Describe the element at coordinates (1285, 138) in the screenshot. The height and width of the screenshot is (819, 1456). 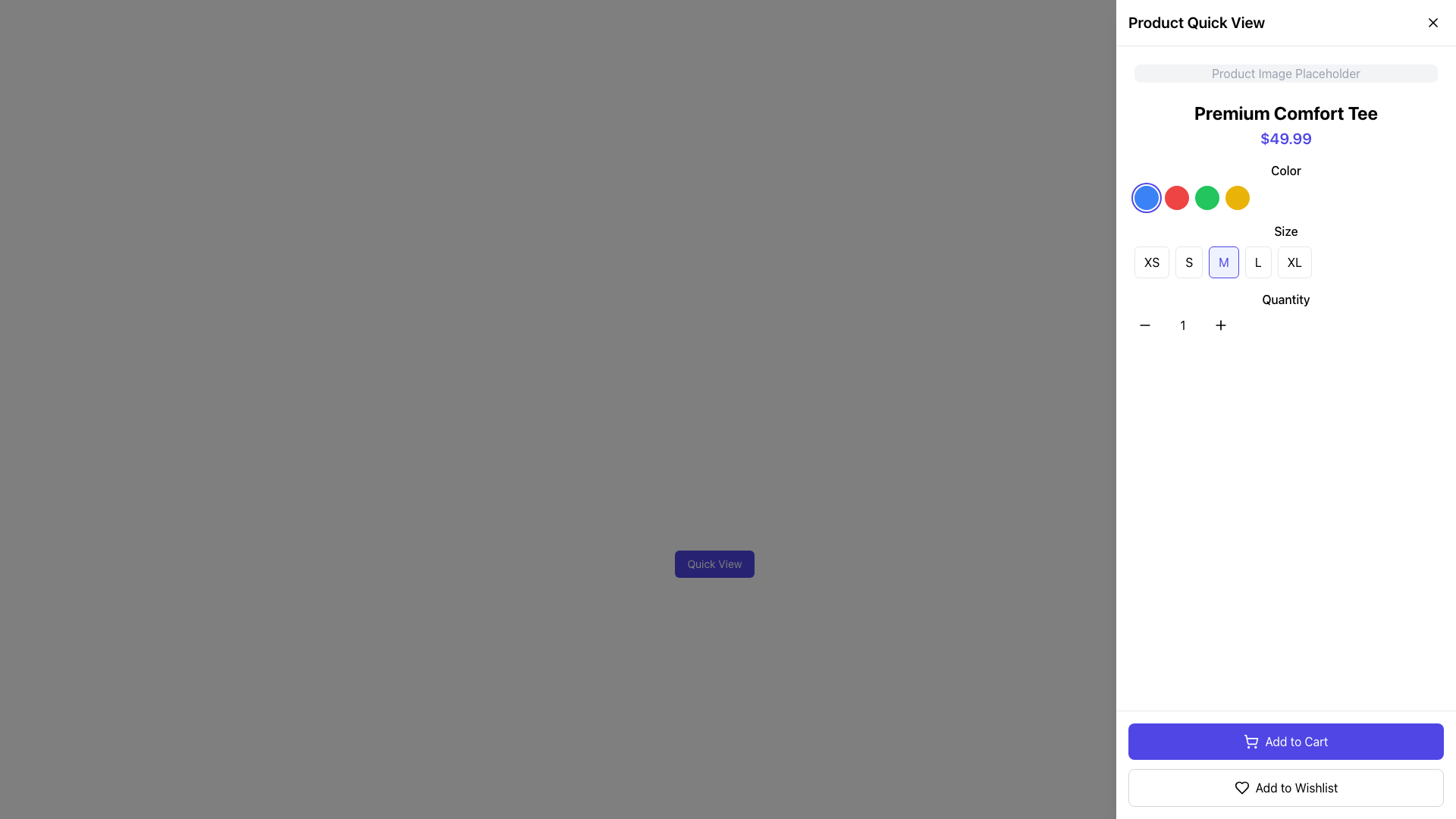
I see `the price label displayed below the 'Premium Comfort Tee' title in the product details section` at that location.